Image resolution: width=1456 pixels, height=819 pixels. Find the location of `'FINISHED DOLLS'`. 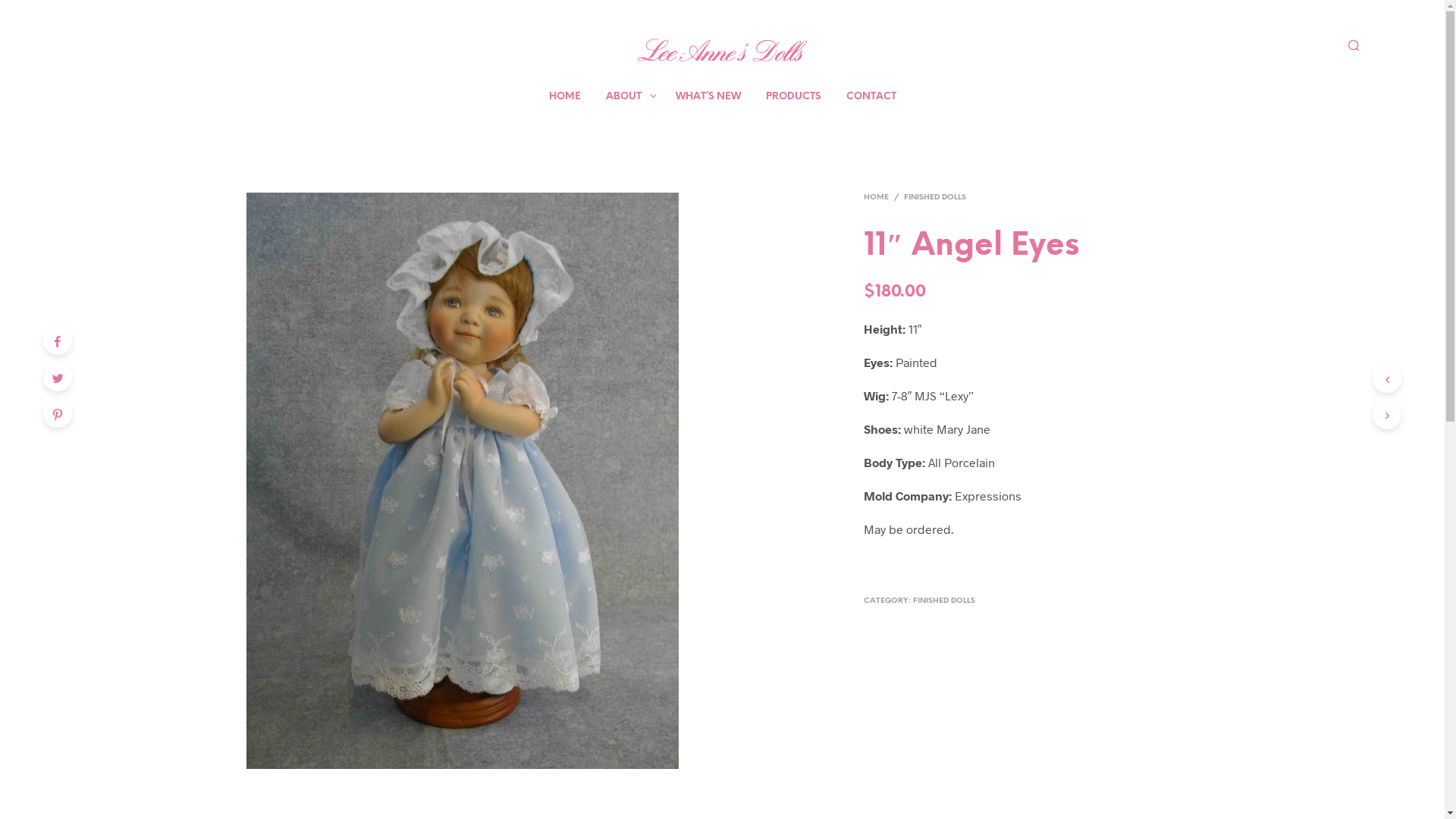

'FINISHED DOLLS' is located at coordinates (934, 196).